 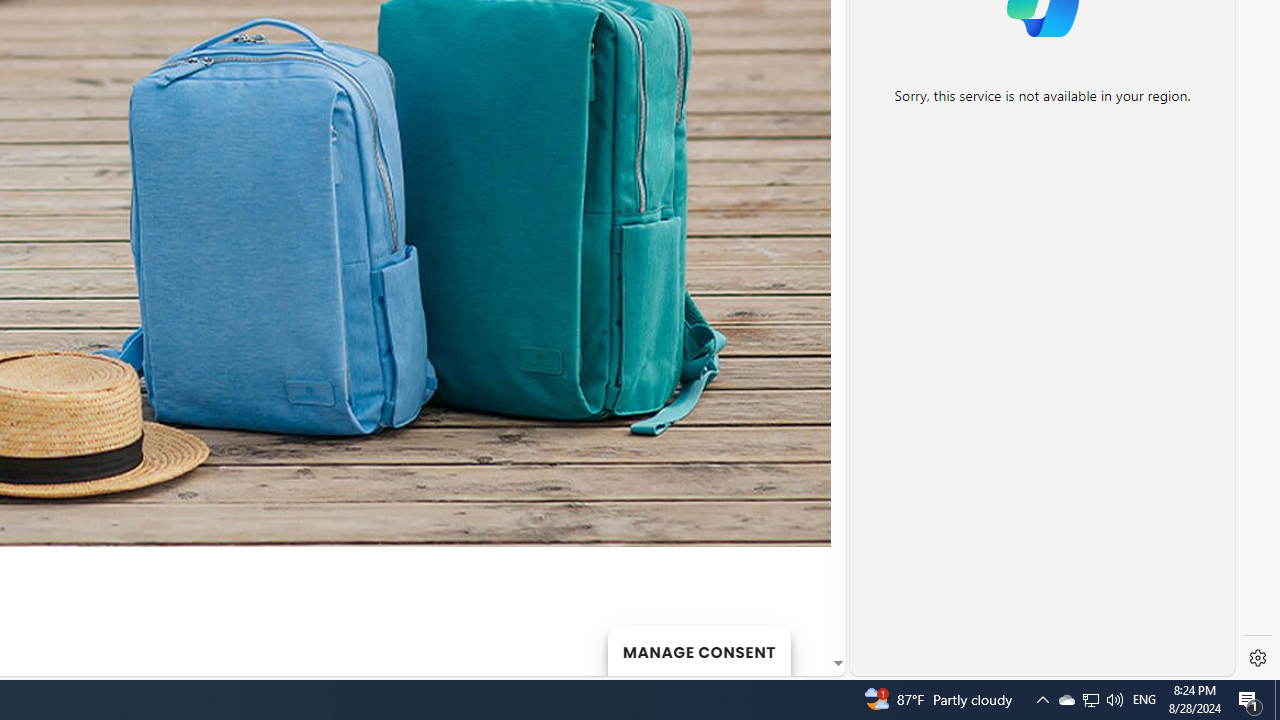 I want to click on 'MANAGE CONSENT', so click(x=698, y=650).